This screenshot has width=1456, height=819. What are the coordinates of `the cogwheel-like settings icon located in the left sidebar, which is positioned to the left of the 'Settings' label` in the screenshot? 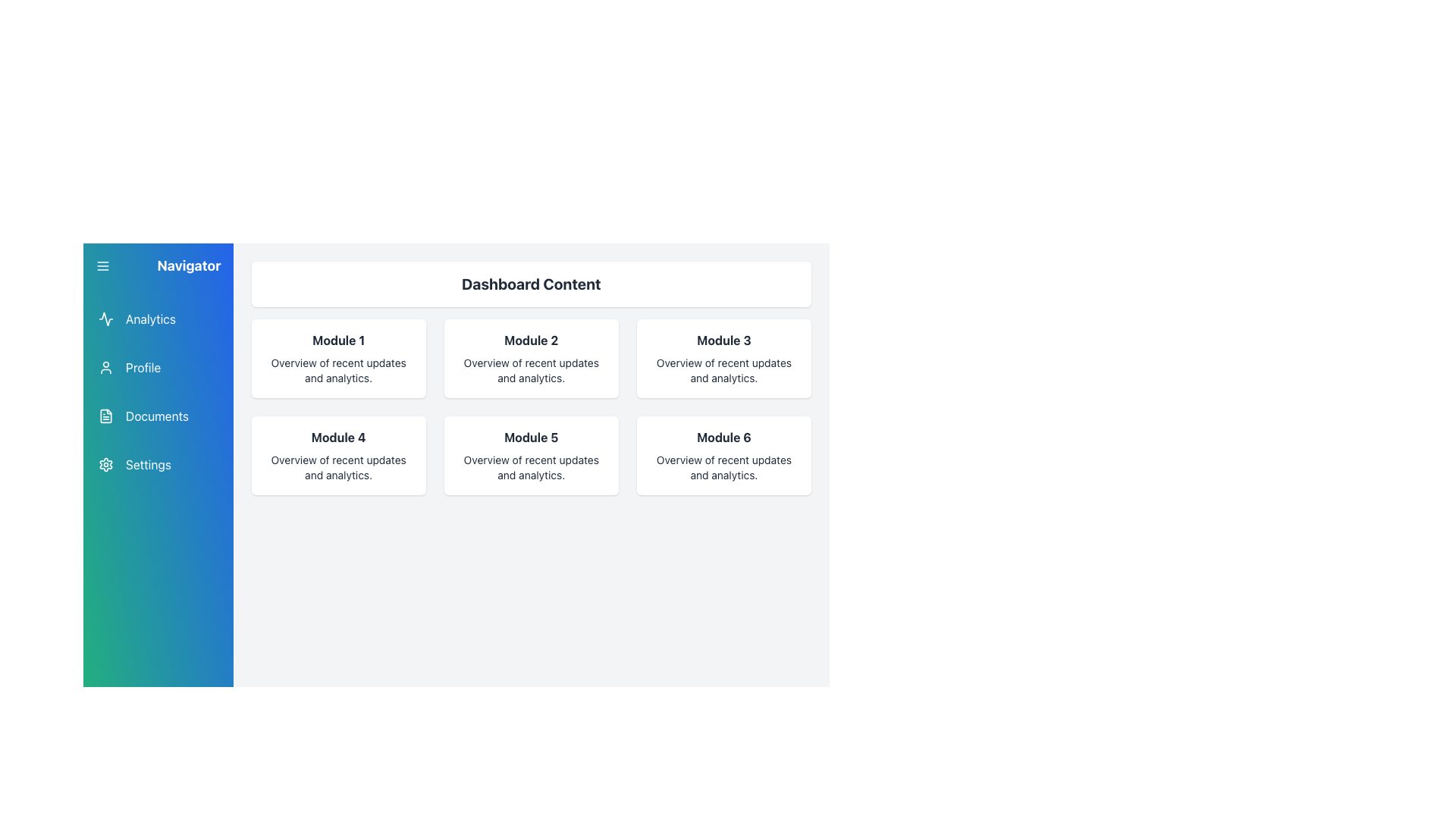 It's located at (105, 464).